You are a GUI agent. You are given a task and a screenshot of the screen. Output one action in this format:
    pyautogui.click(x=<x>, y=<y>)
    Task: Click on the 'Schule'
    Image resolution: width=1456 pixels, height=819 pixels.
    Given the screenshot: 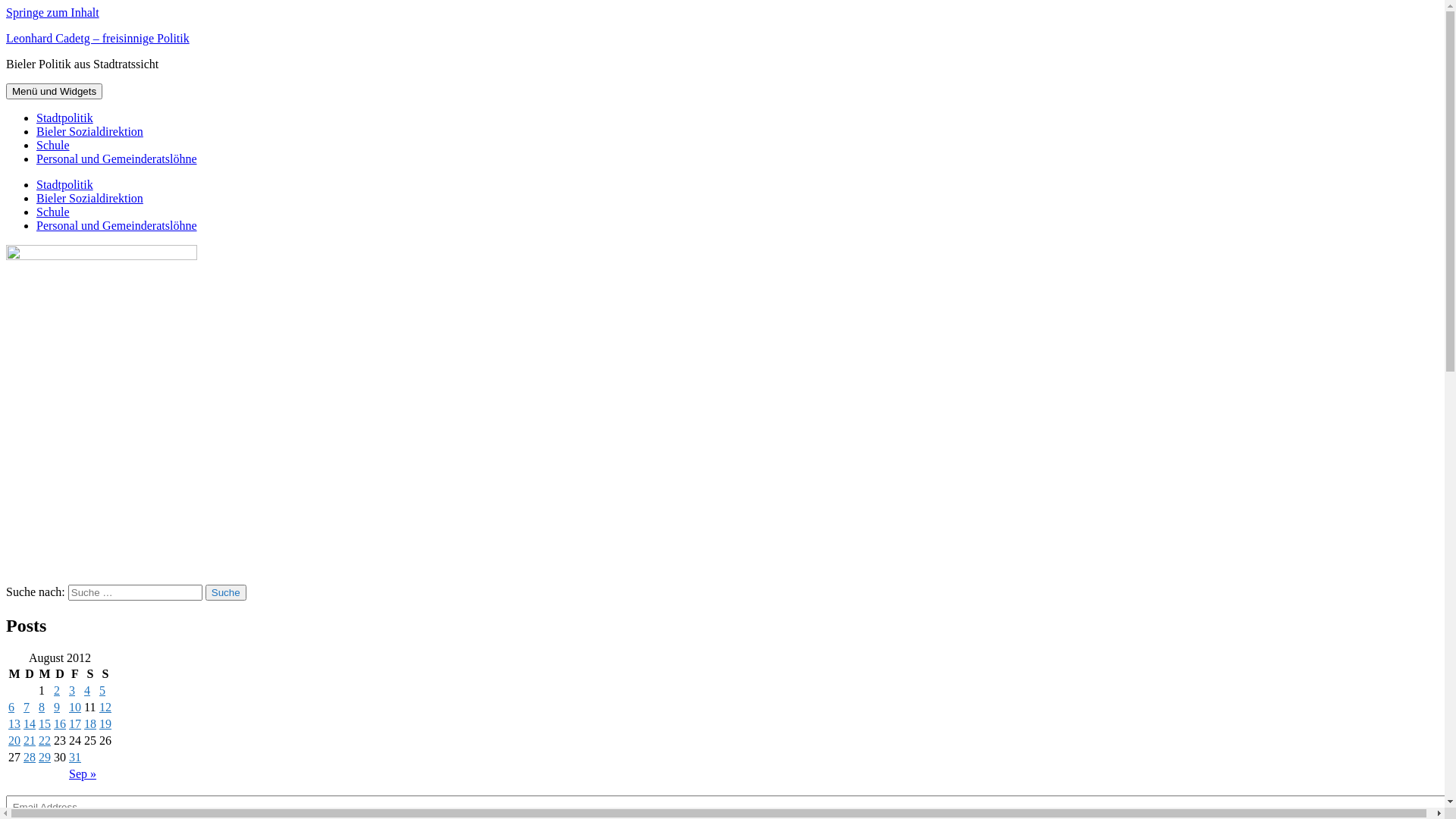 What is the action you would take?
    pyautogui.click(x=36, y=145)
    